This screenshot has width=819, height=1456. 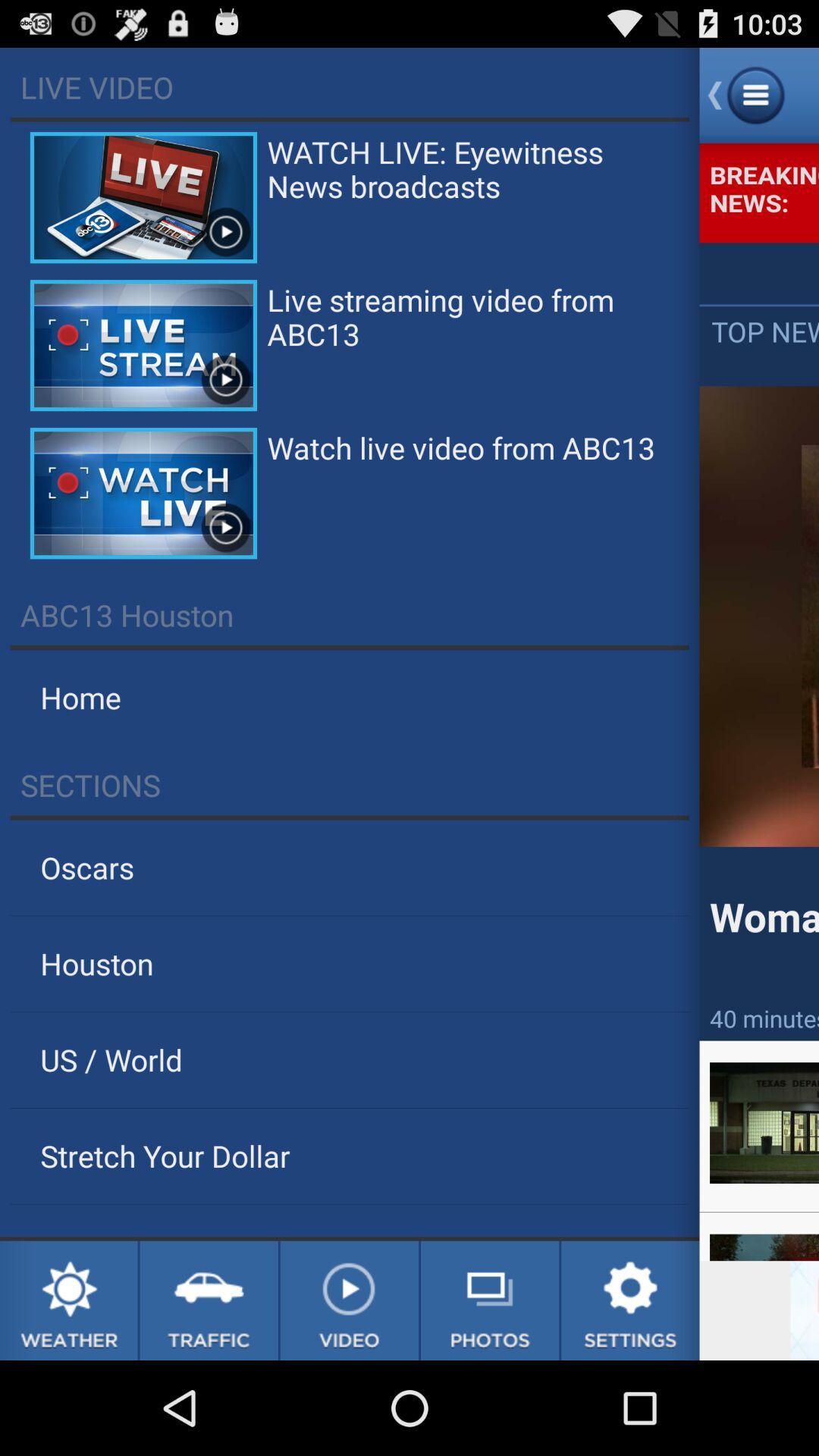 I want to click on access video, so click(x=349, y=1300).